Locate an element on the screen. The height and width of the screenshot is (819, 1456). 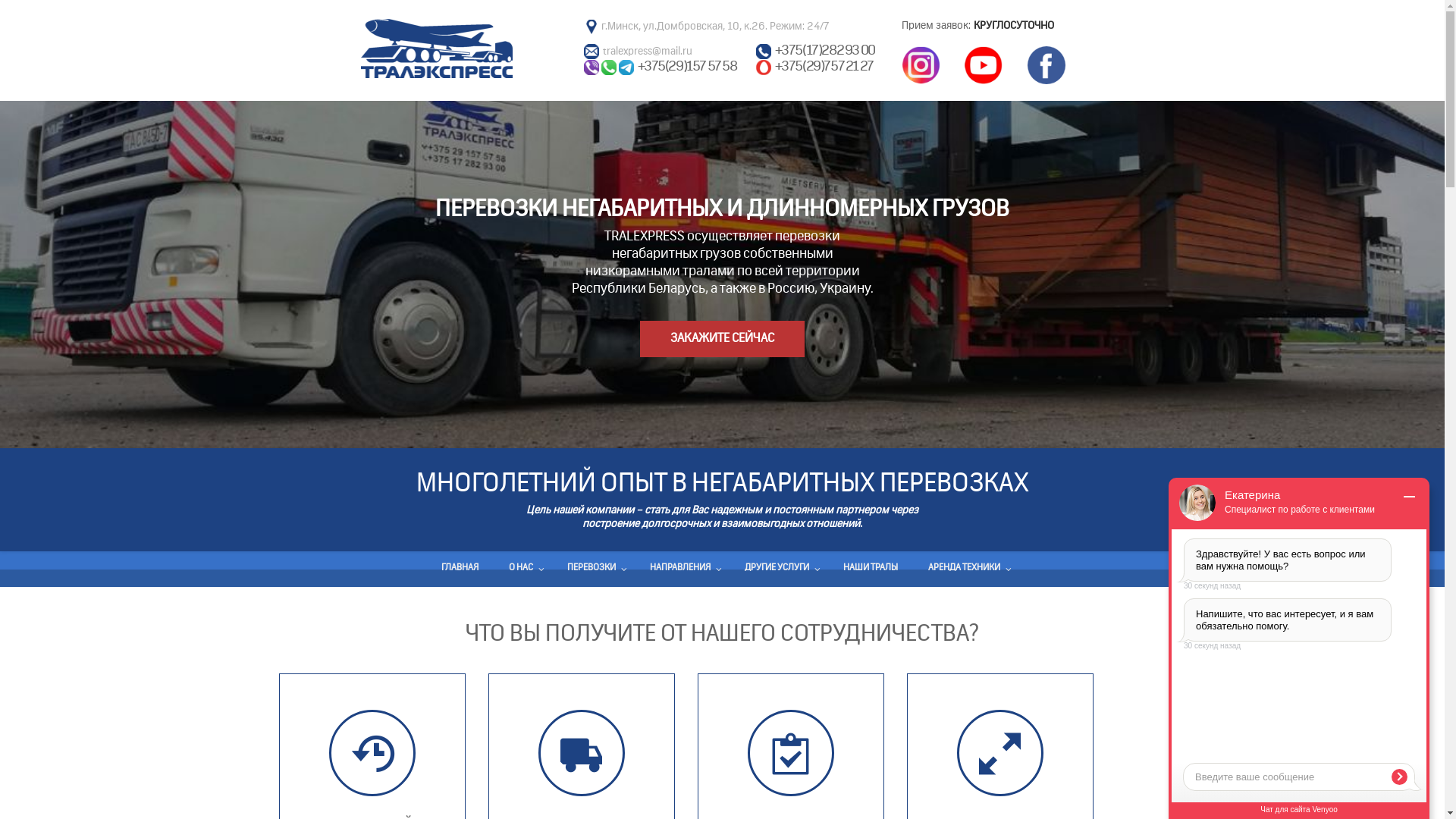
'+375(17)282 93 00' is located at coordinates (824, 49).